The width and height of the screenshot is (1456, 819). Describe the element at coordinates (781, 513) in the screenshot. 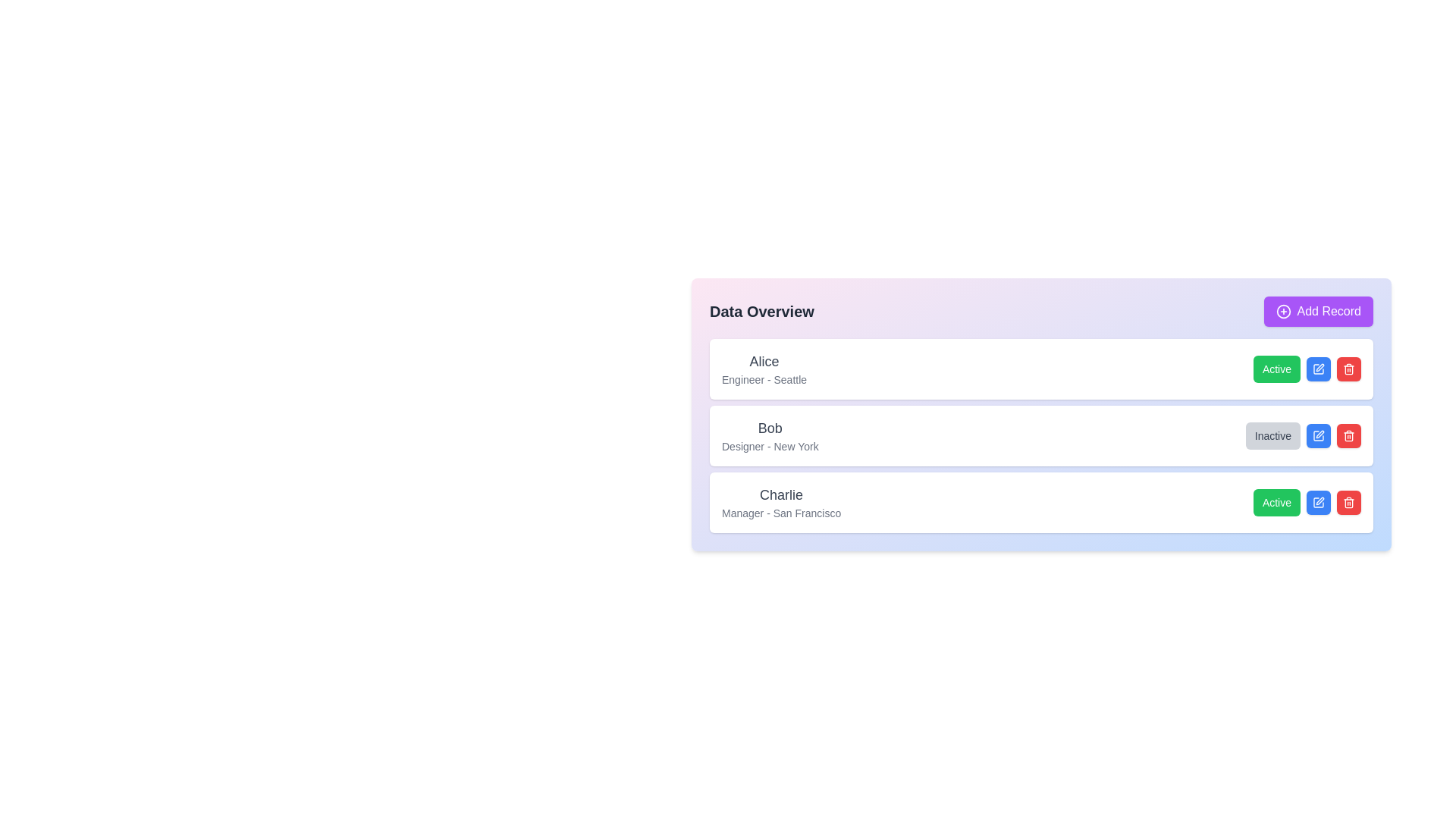

I see `the static text element displaying 'Manager - San Francisco', which is located below the bolded text 'Charlie' in the user details section` at that location.